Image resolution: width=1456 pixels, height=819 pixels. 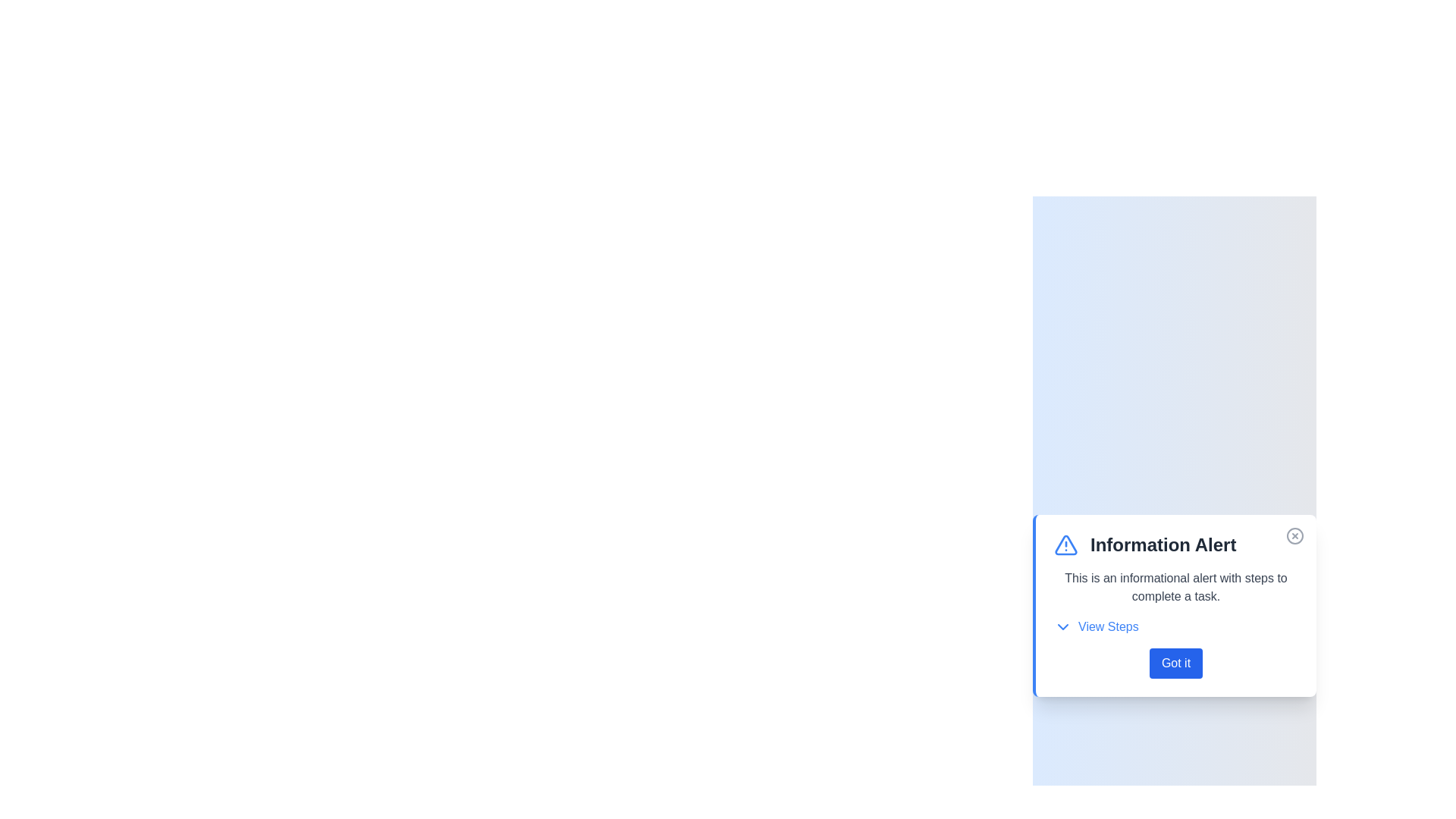 I want to click on the 'View Steps' button to expand the alert and view additional information, so click(x=1096, y=626).